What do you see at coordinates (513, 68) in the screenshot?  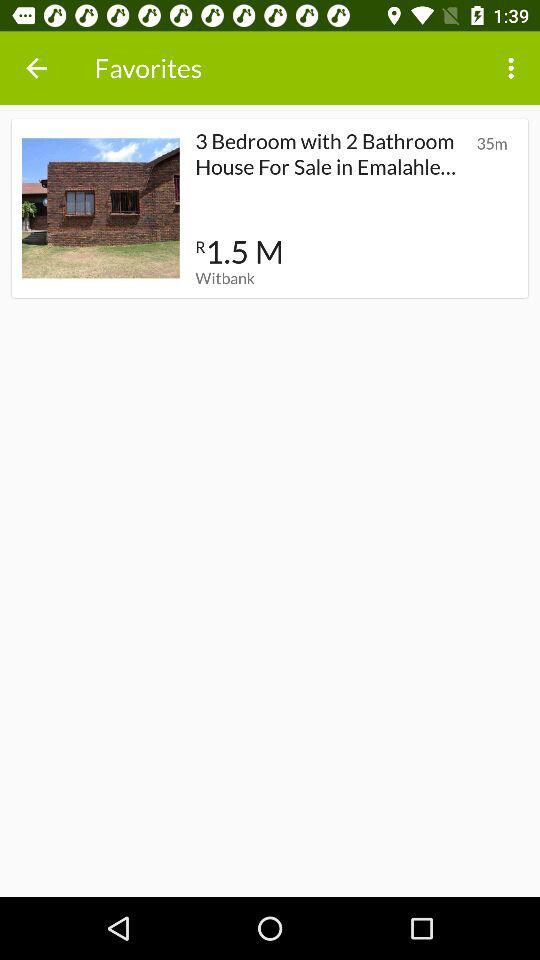 I see `the item above 35m` at bounding box center [513, 68].